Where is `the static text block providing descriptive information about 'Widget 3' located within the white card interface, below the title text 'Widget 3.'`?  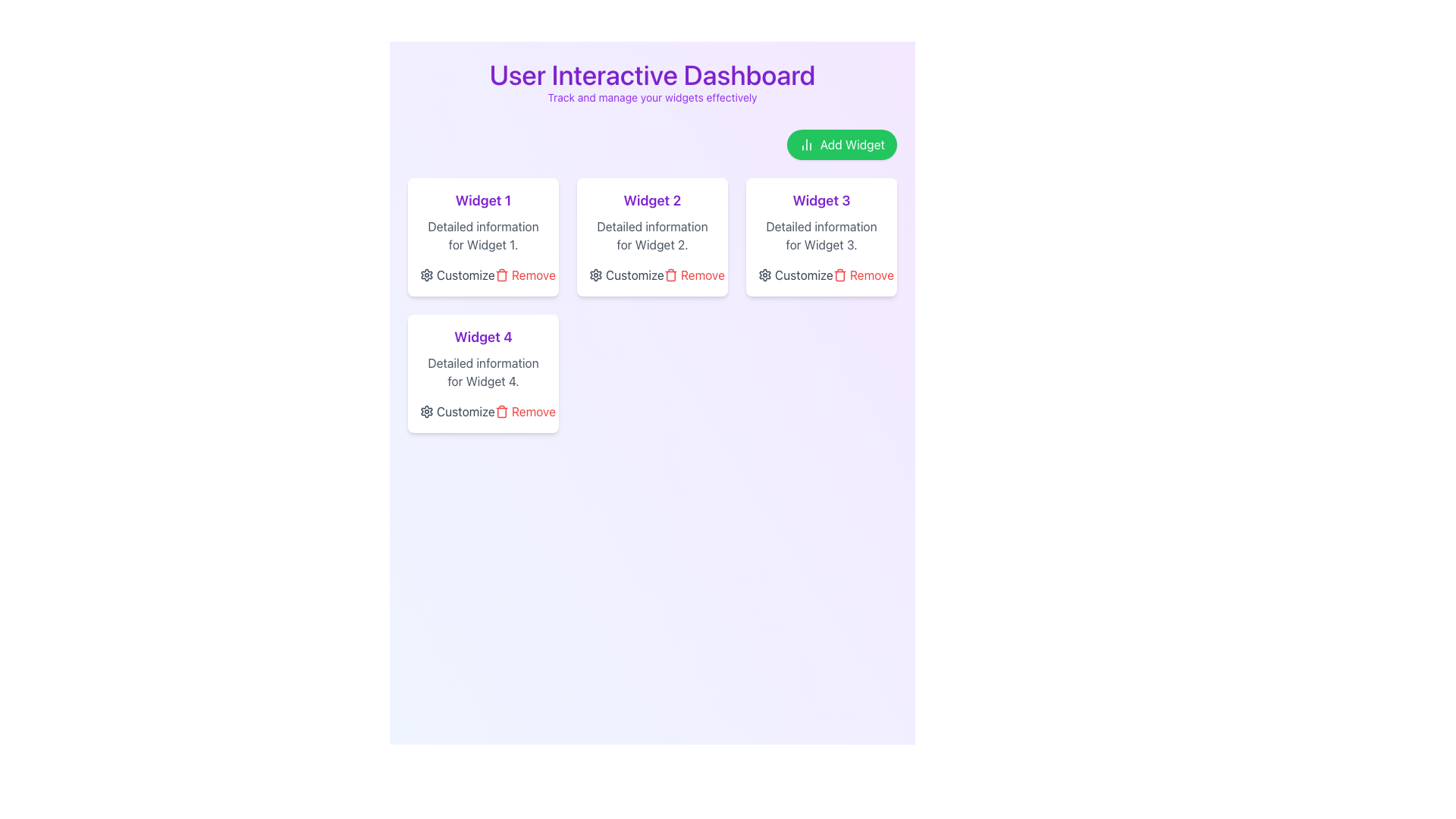
the static text block providing descriptive information about 'Widget 3' located within the white card interface, below the title text 'Widget 3.' is located at coordinates (821, 236).